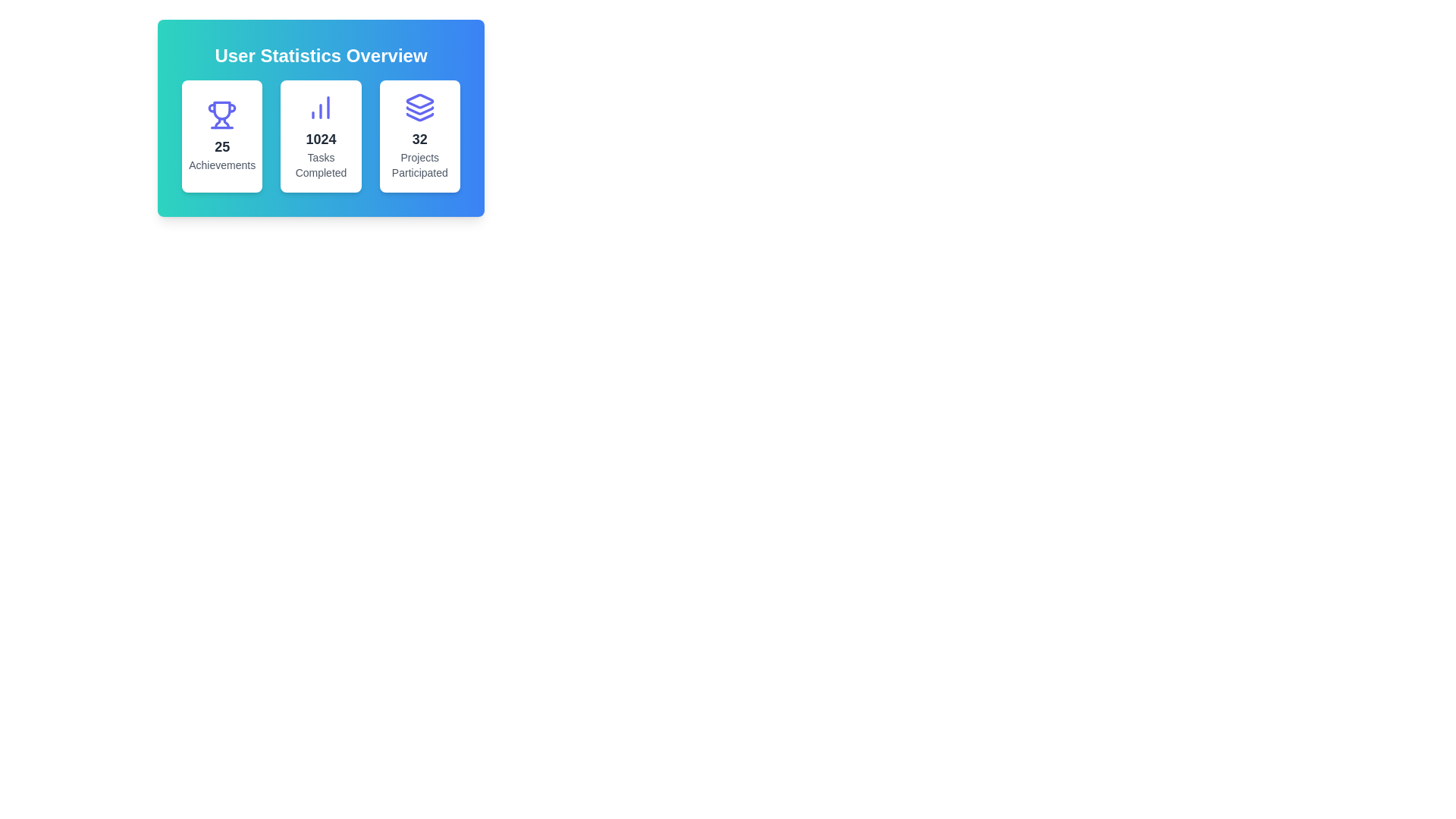 The image size is (1456, 819). Describe the element at coordinates (320, 107) in the screenshot. I see `the icon representing a bar chart, which is styled with rounded edges and features three vertical bars filled with a gradient color. This icon is centrally positioned in the second card under 'User Statistics Overview'` at that location.